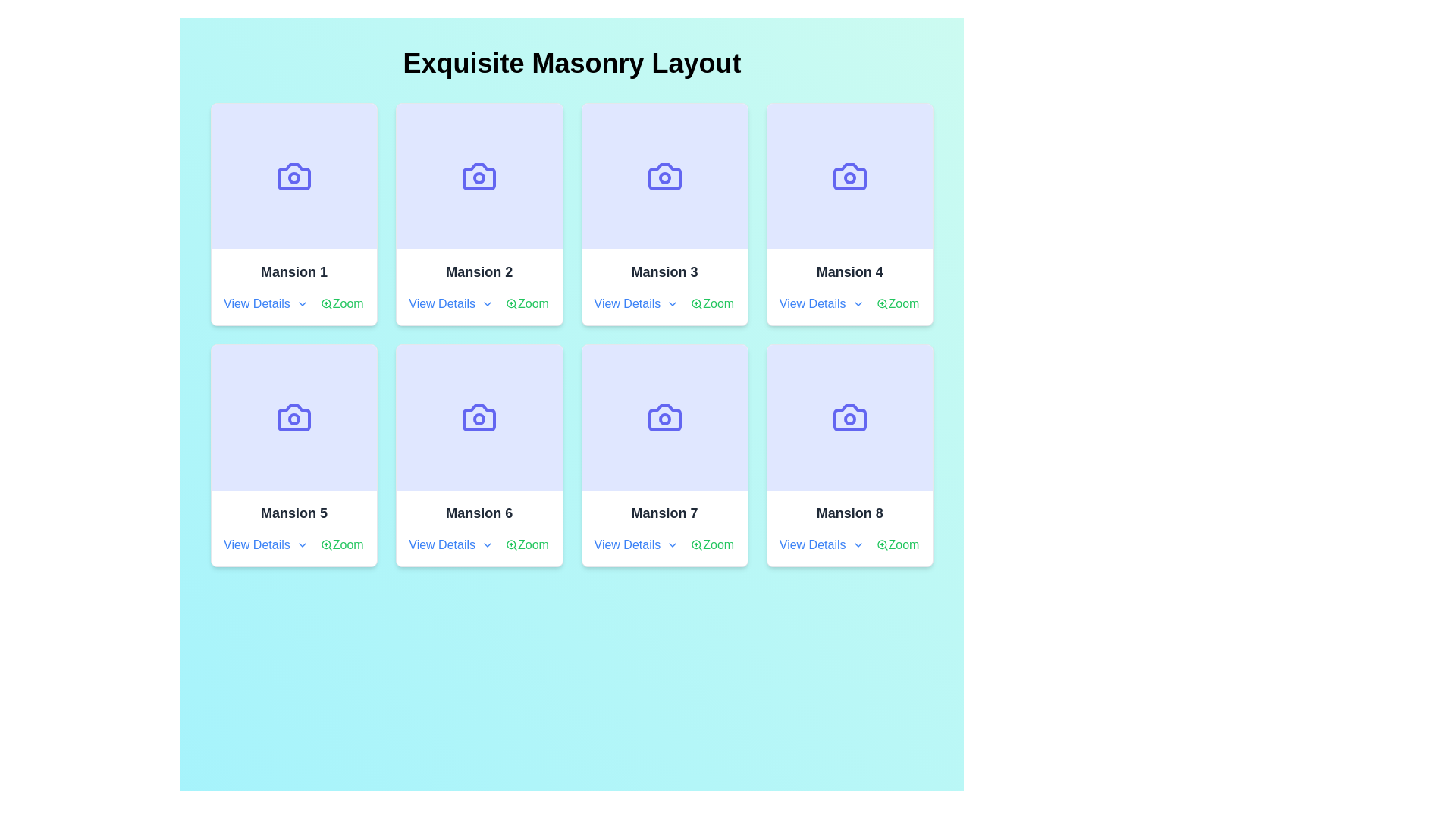 This screenshot has height=819, width=1456. Describe the element at coordinates (664, 175) in the screenshot. I see `the camera icon, which is a blue SVG graphic with a rectangular body and circular lens, located in the 'Mansion 3' card` at that location.